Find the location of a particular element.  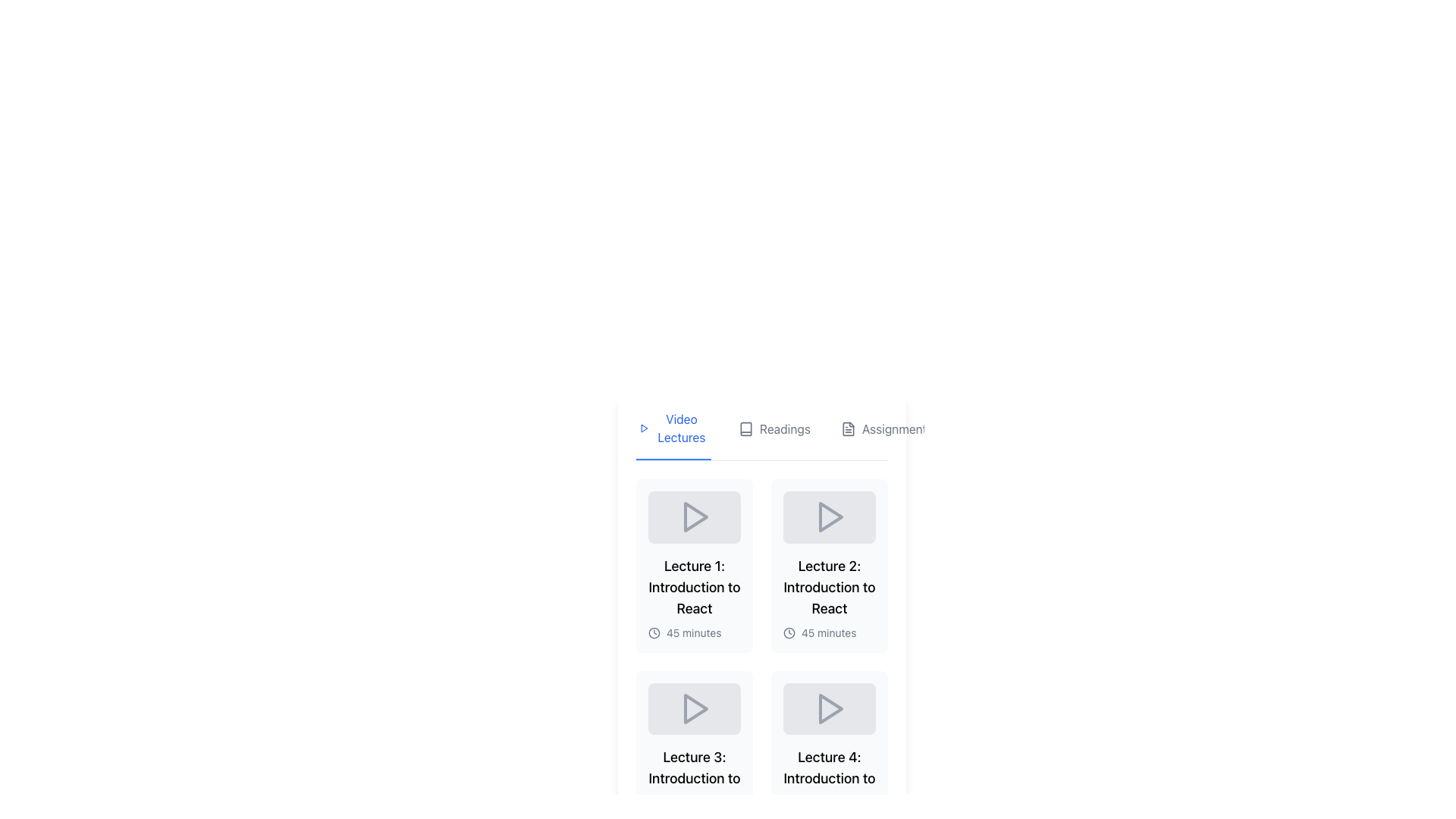

the time icon located to the left of the '45 minutes' text, which indicates the duration of the lecture in the 'Lecture 2: Introduction to React' card is located at coordinates (789, 632).